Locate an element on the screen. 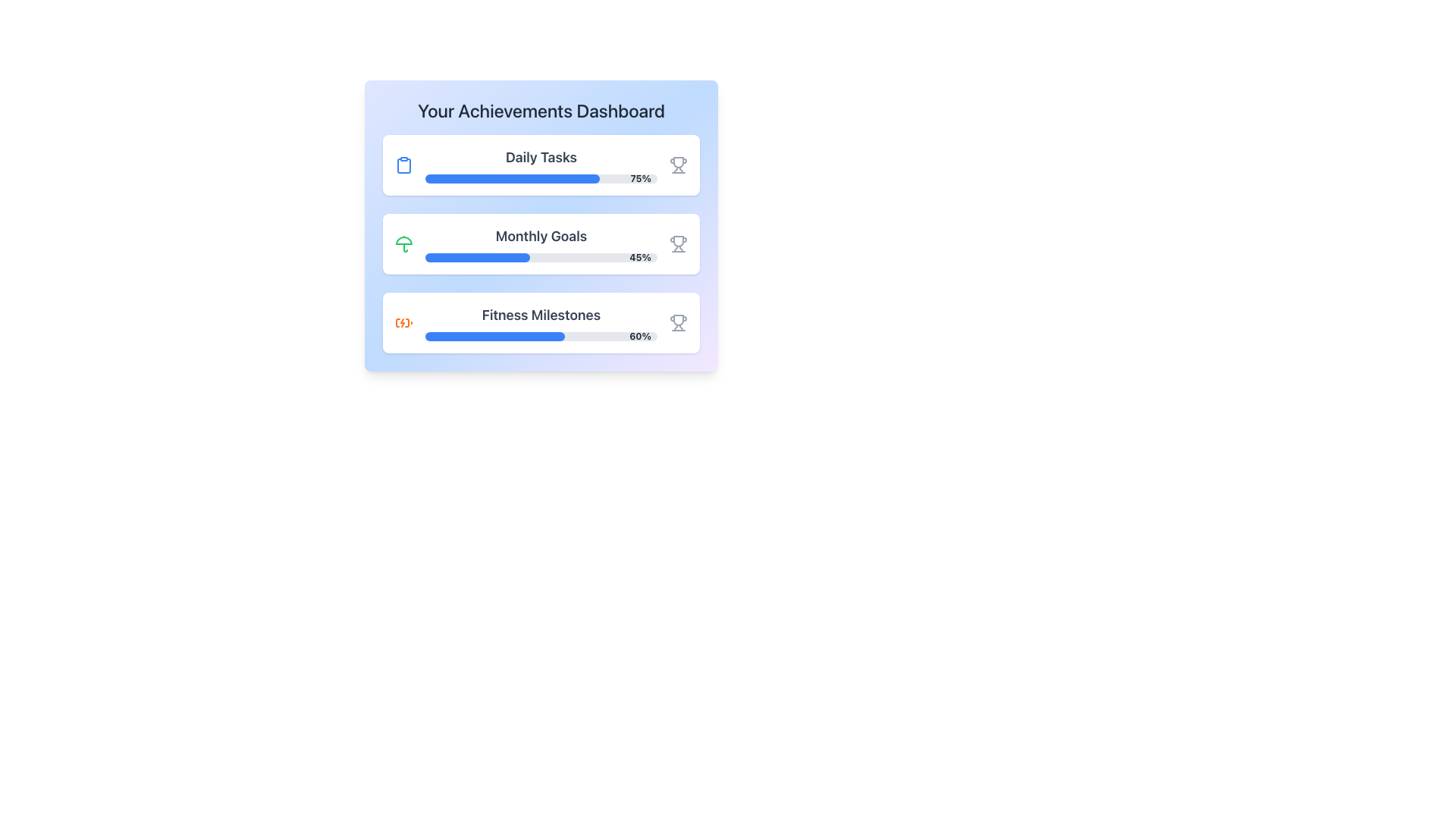  displayed progress of the progress bar labeled 'Fitness Milestones', which shows 60% completion is located at coordinates (541, 322).